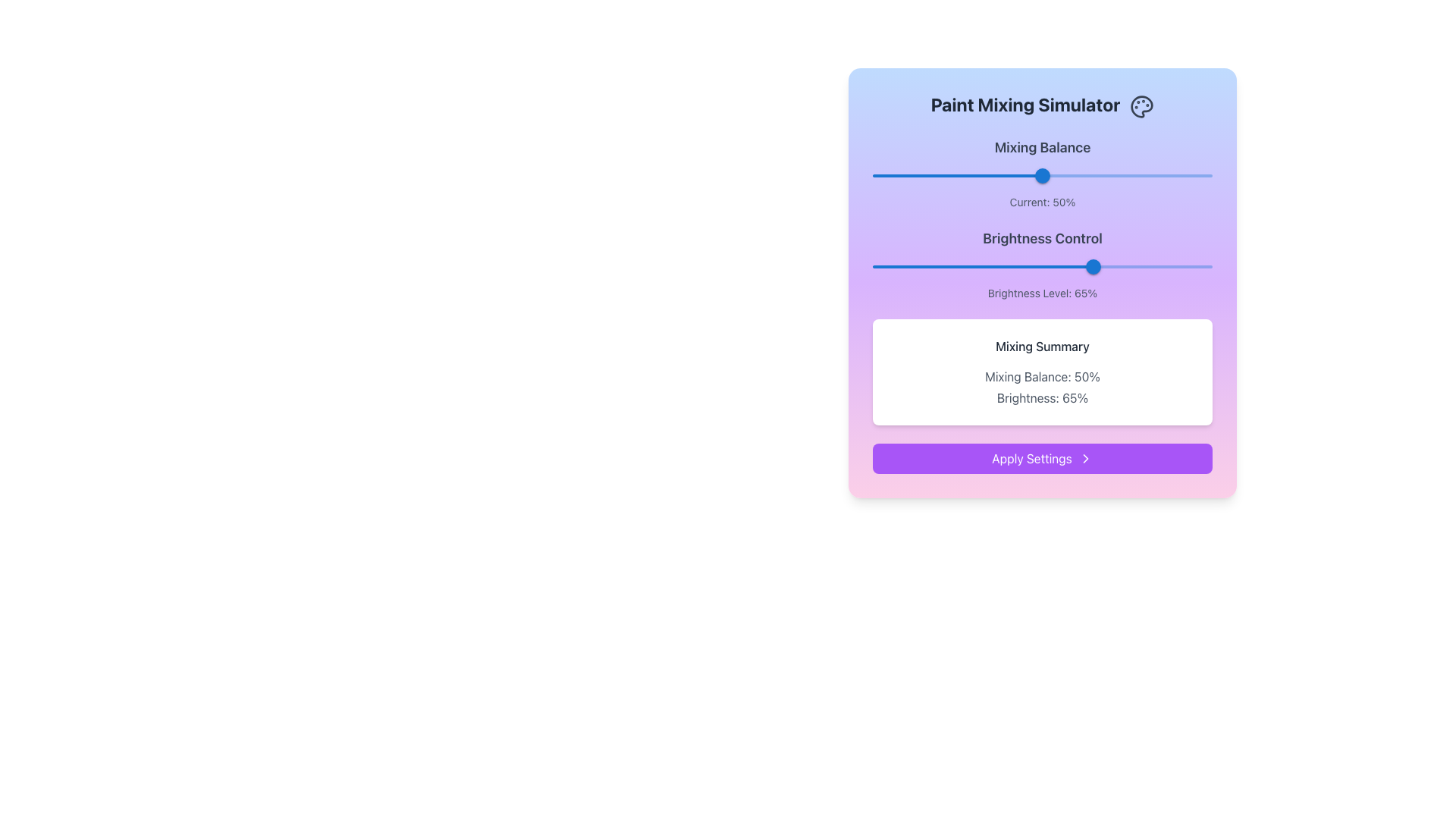 Image resolution: width=1456 pixels, height=819 pixels. Describe the element at coordinates (1041, 281) in the screenshot. I see `the 'Brightness Control' slider` at that location.